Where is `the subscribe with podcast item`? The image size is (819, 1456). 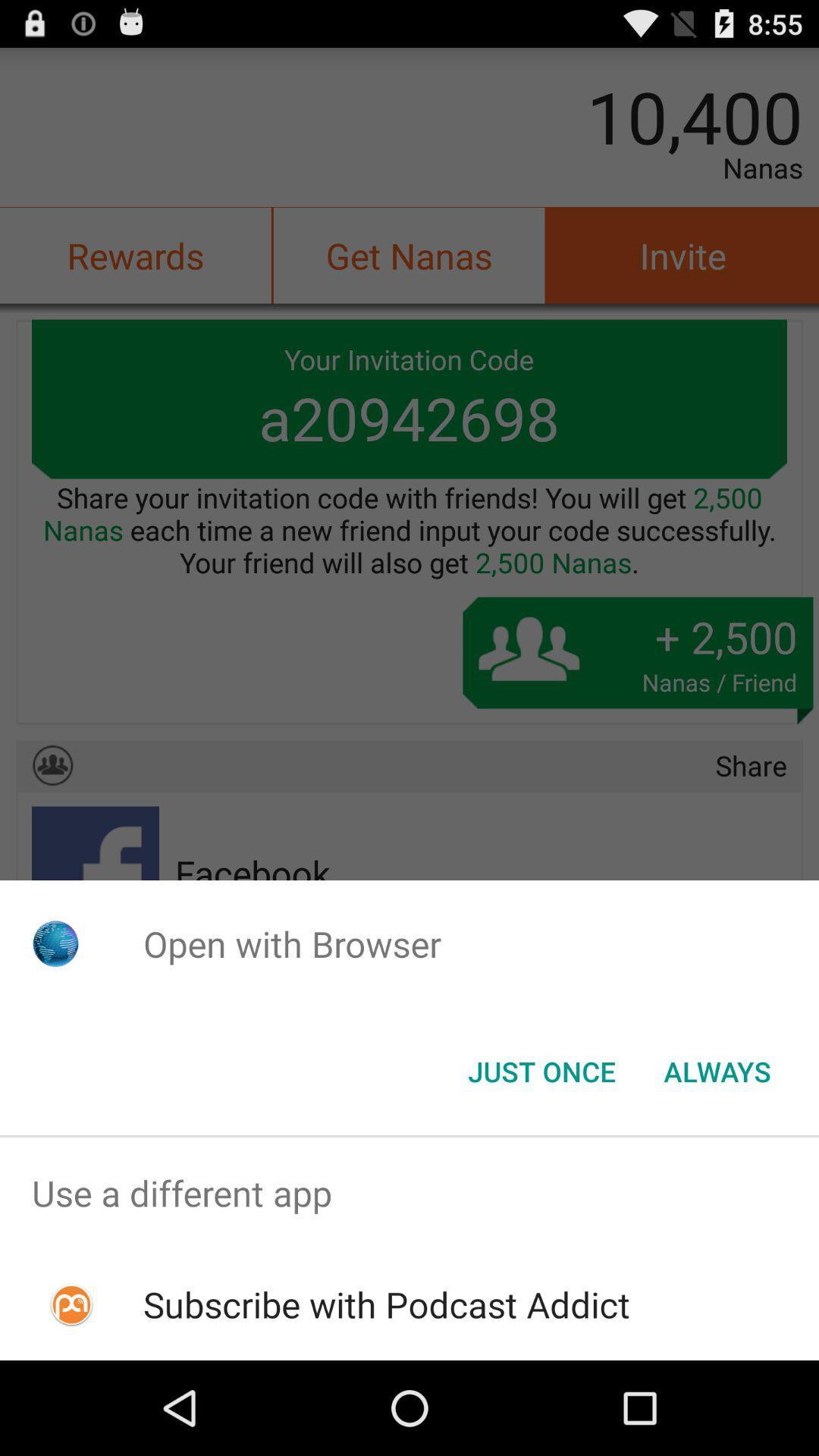 the subscribe with podcast item is located at coordinates (385, 1304).